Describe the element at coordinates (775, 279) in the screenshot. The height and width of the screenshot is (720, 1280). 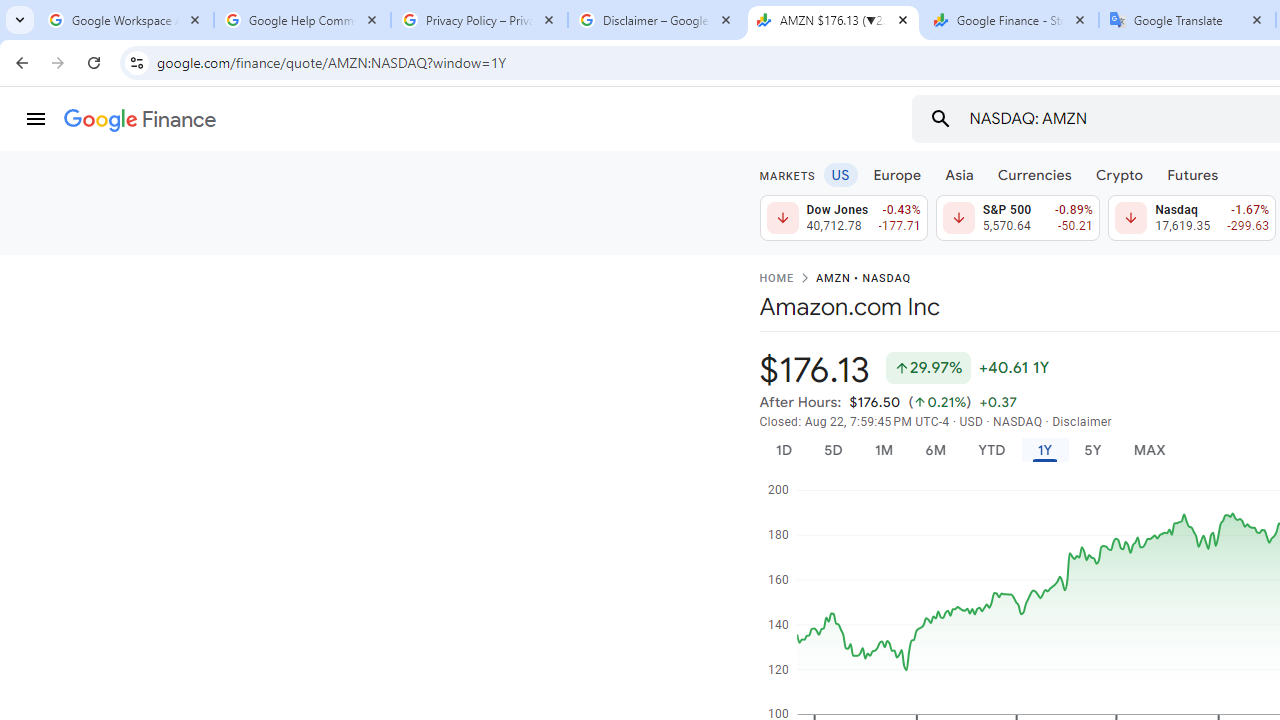
I see `'HOME'` at that location.